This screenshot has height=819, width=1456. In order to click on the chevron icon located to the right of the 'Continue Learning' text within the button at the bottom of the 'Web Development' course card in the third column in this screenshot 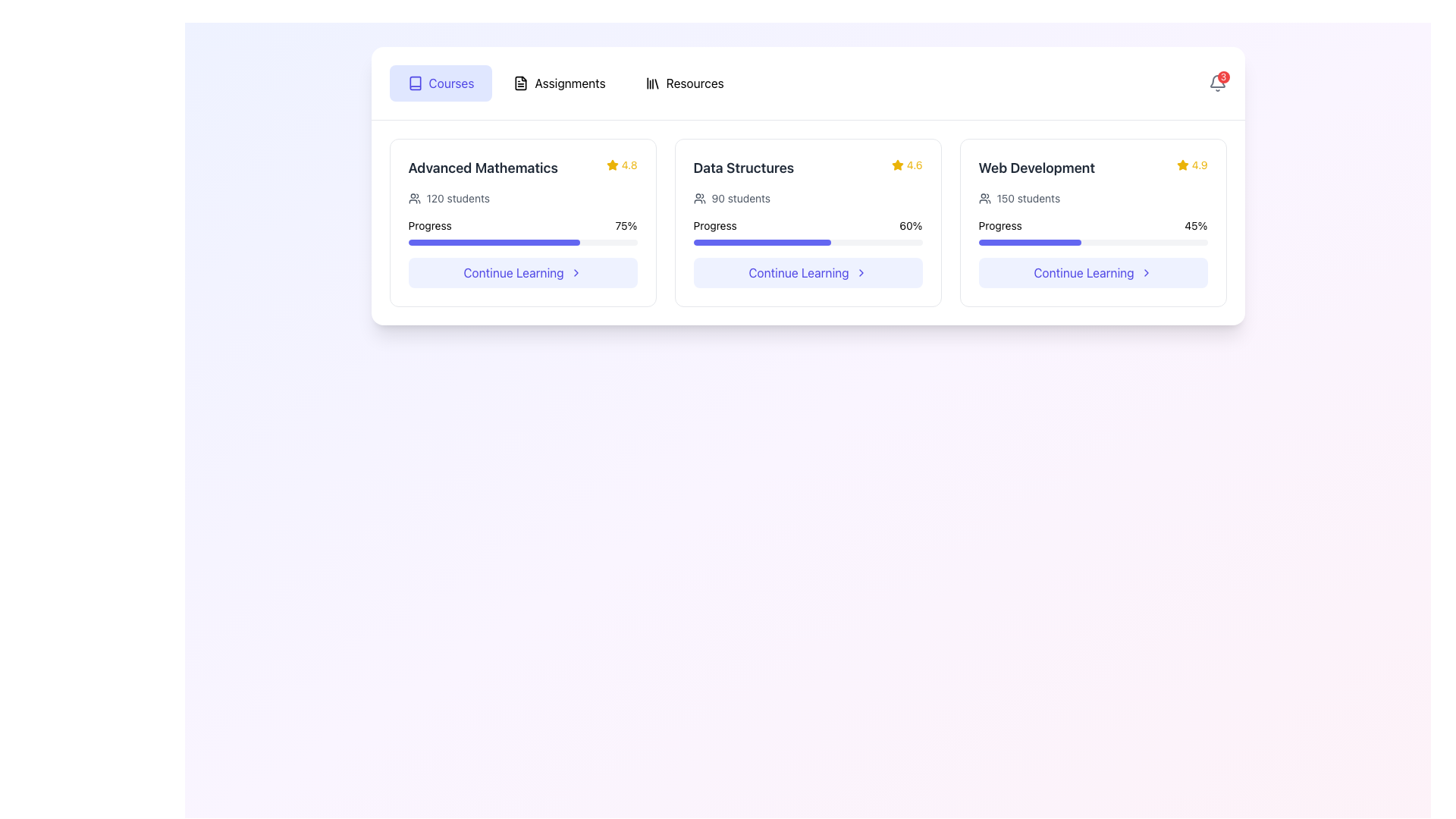, I will do `click(1146, 271)`.